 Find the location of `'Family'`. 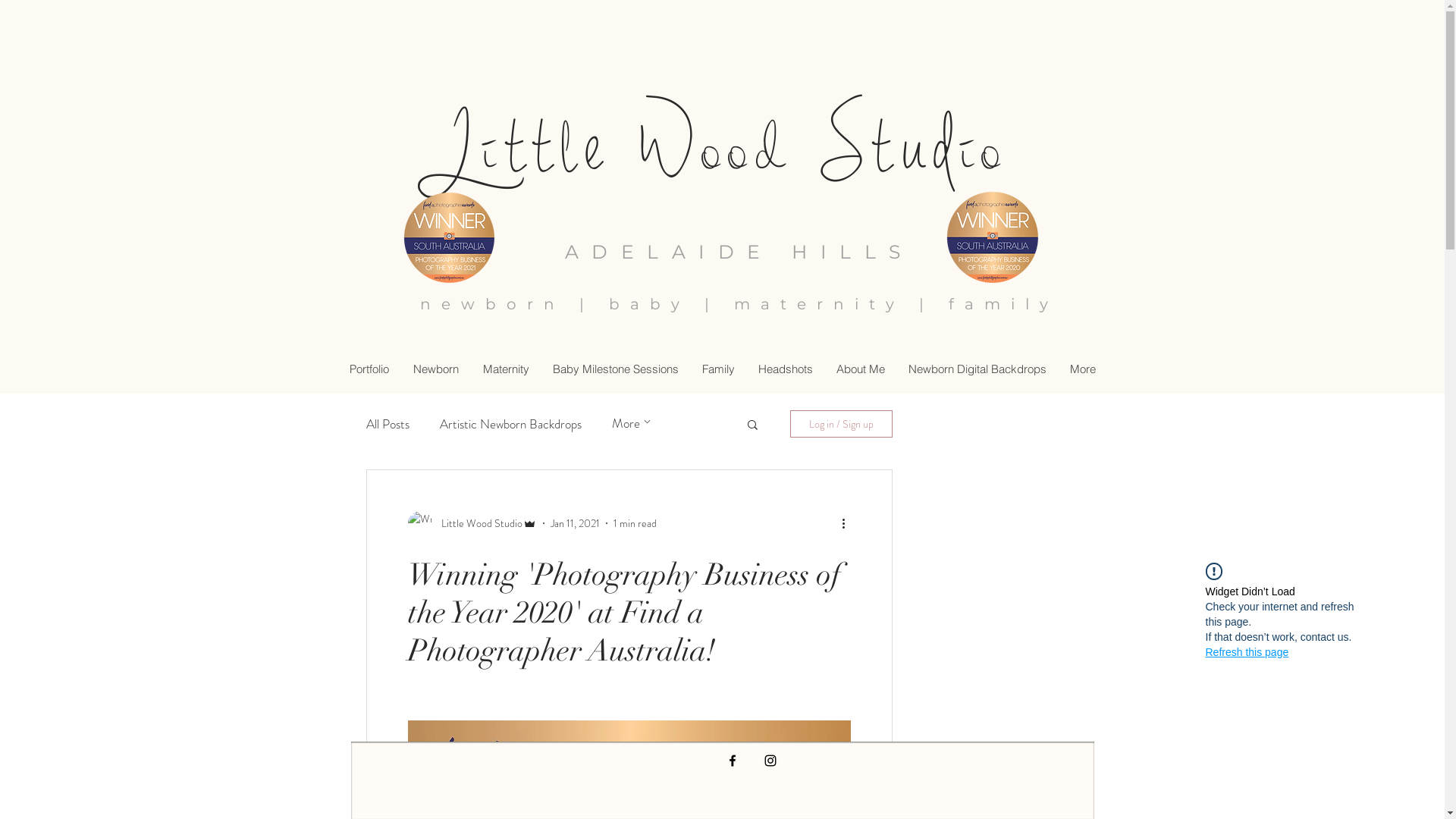

'Family' is located at coordinates (717, 369).